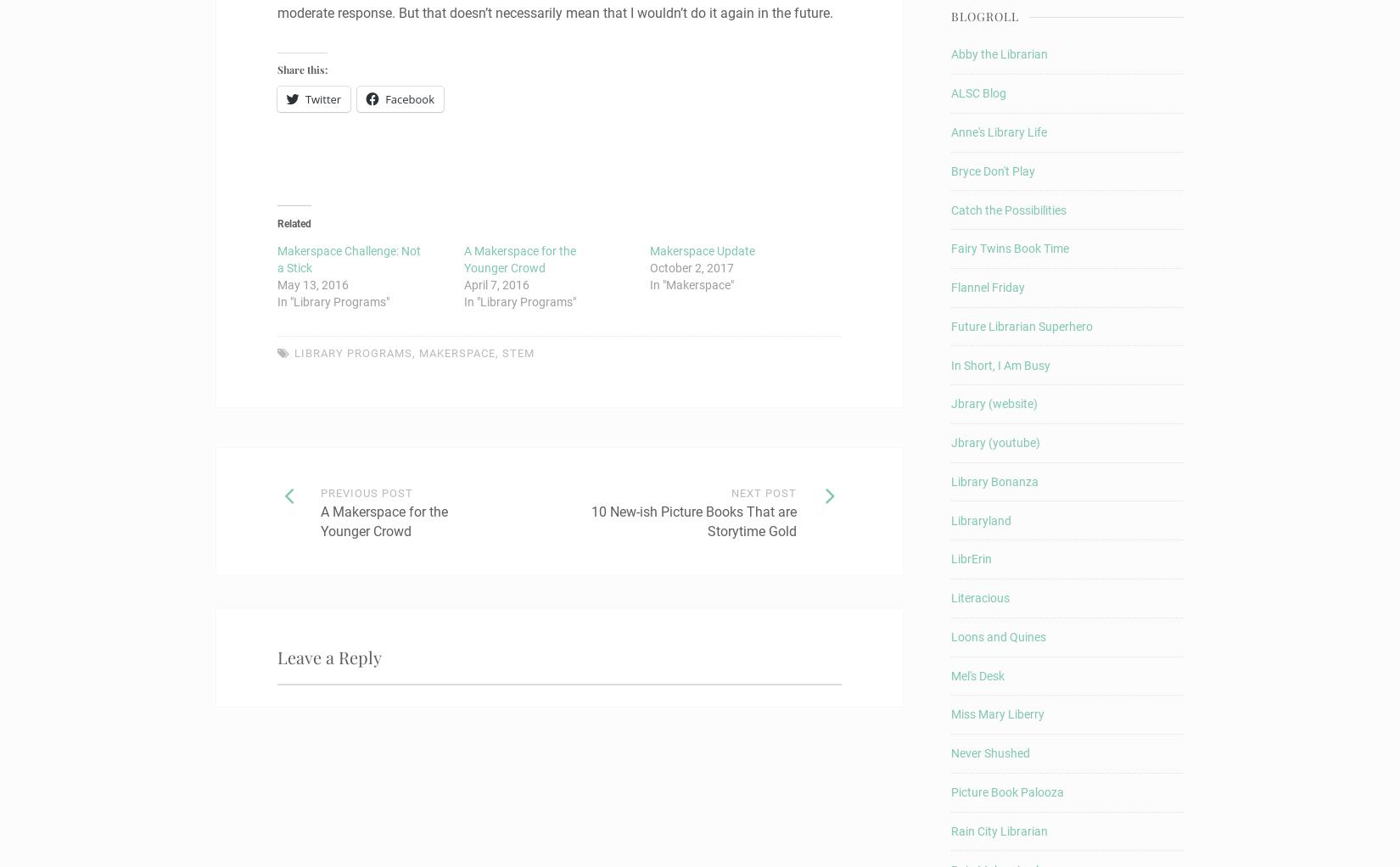 The width and height of the screenshot is (1400, 867). Describe the element at coordinates (951, 481) in the screenshot. I see `'Library Bonanza'` at that location.